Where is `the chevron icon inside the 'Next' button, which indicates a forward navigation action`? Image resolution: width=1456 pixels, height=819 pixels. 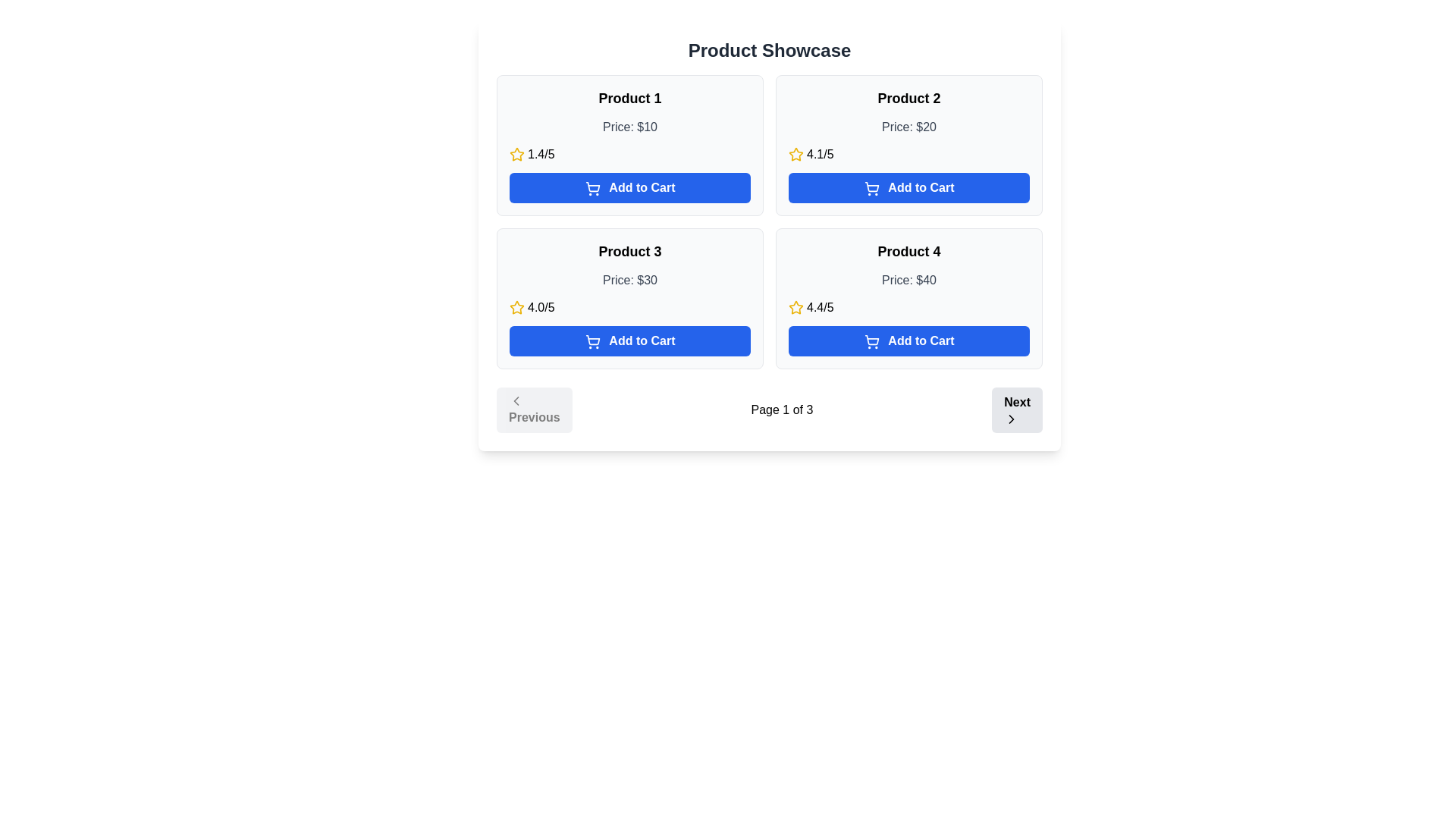 the chevron icon inside the 'Next' button, which indicates a forward navigation action is located at coordinates (1012, 419).